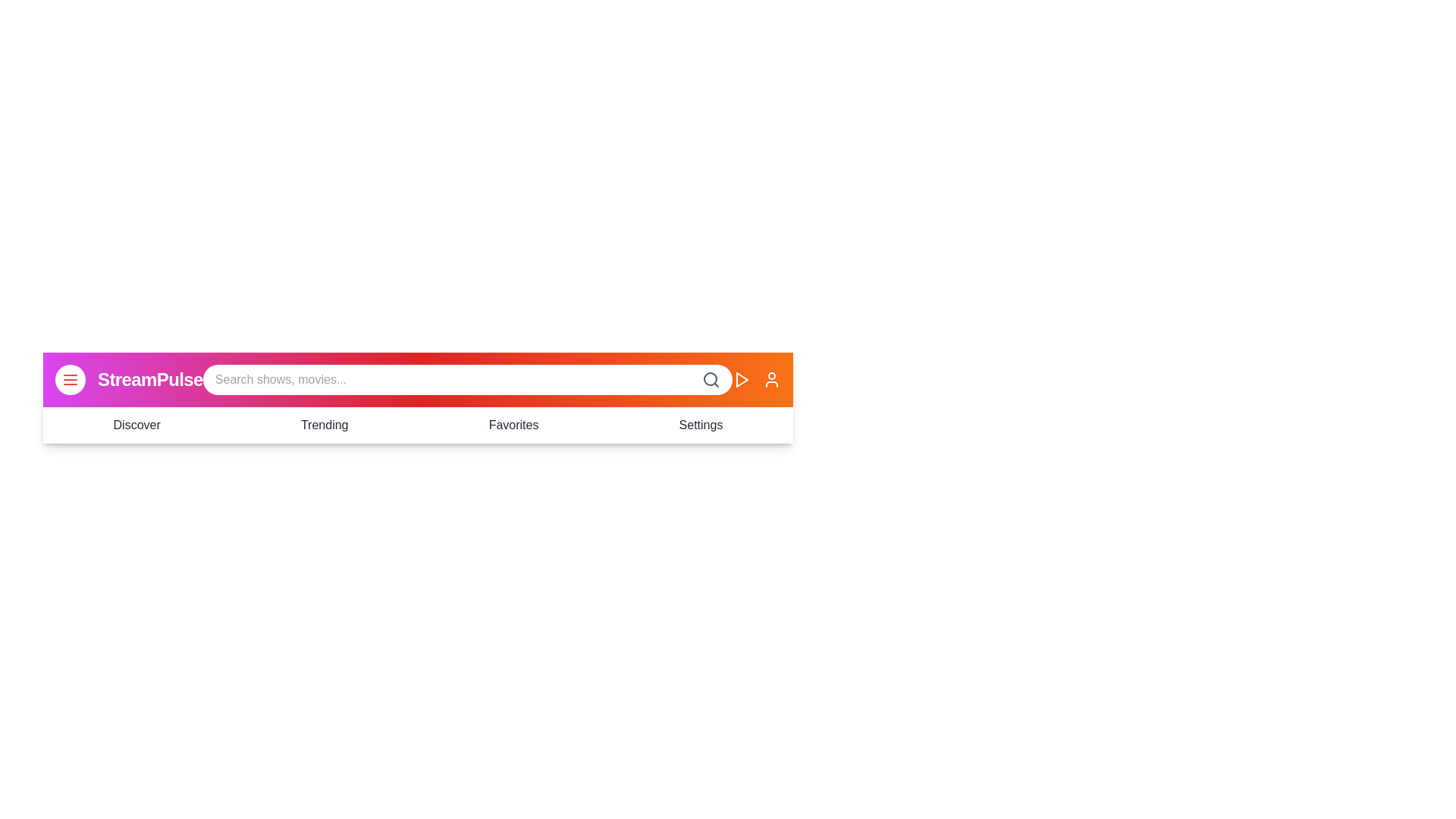 The height and width of the screenshot is (819, 1456). I want to click on the navigation menu item Settings, so click(700, 425).